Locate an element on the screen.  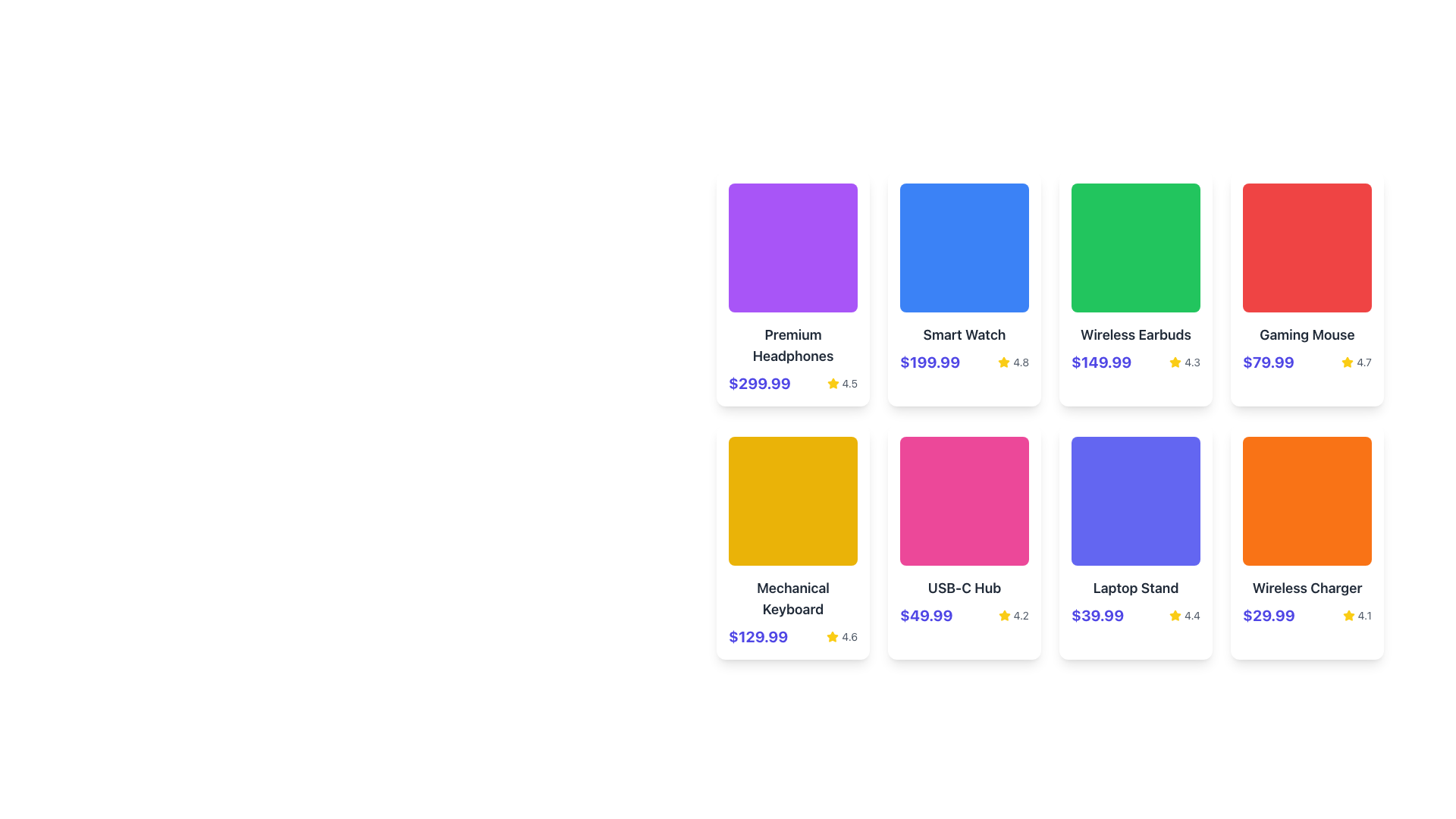
the Static Text Label displaying the price '$29.99' for the 'Wireless Charger', which is centrally located at the bottom of the product card is located at coordinates (1269, 616).